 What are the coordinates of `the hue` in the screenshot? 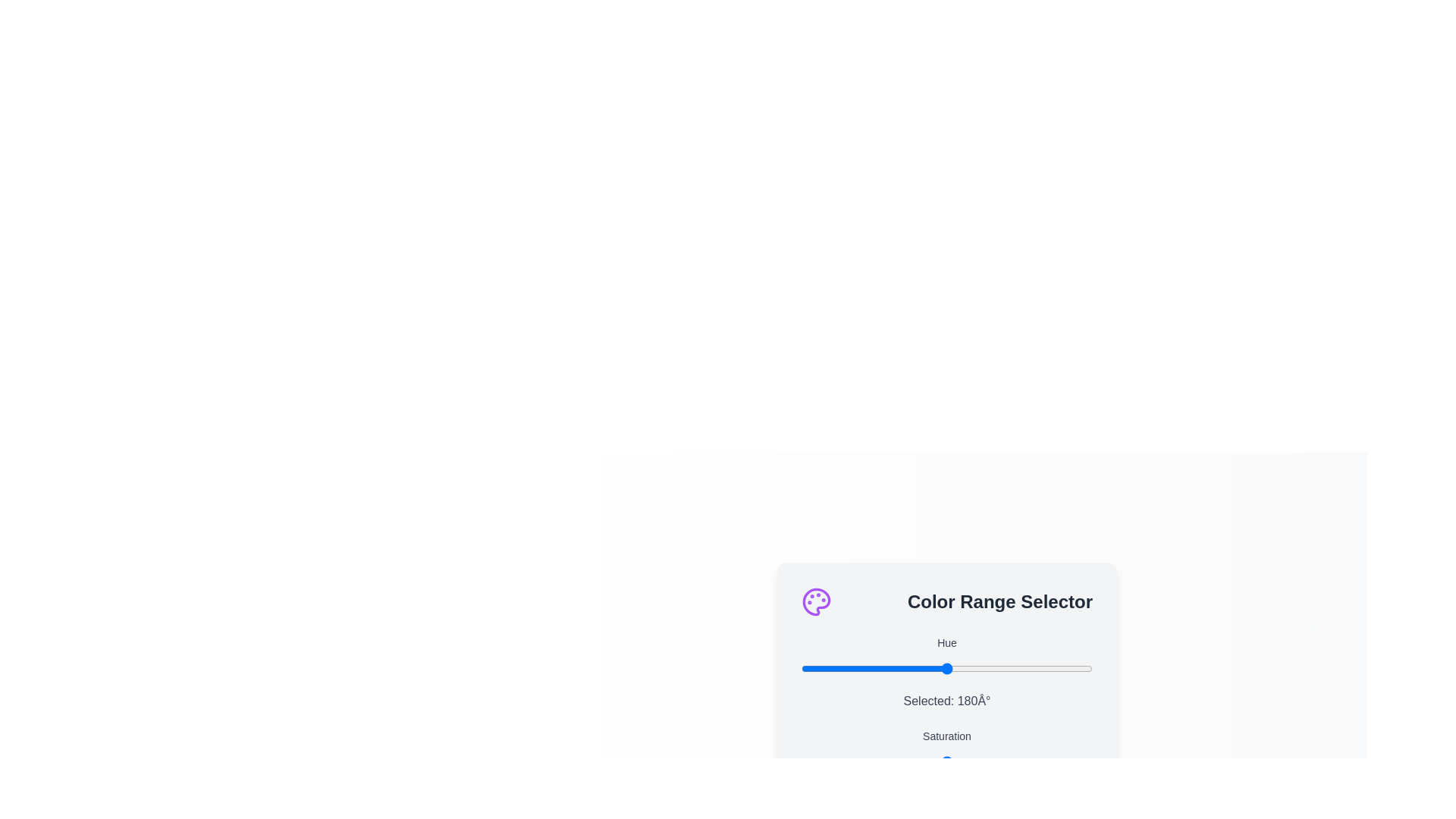 It's located at (937, 667).